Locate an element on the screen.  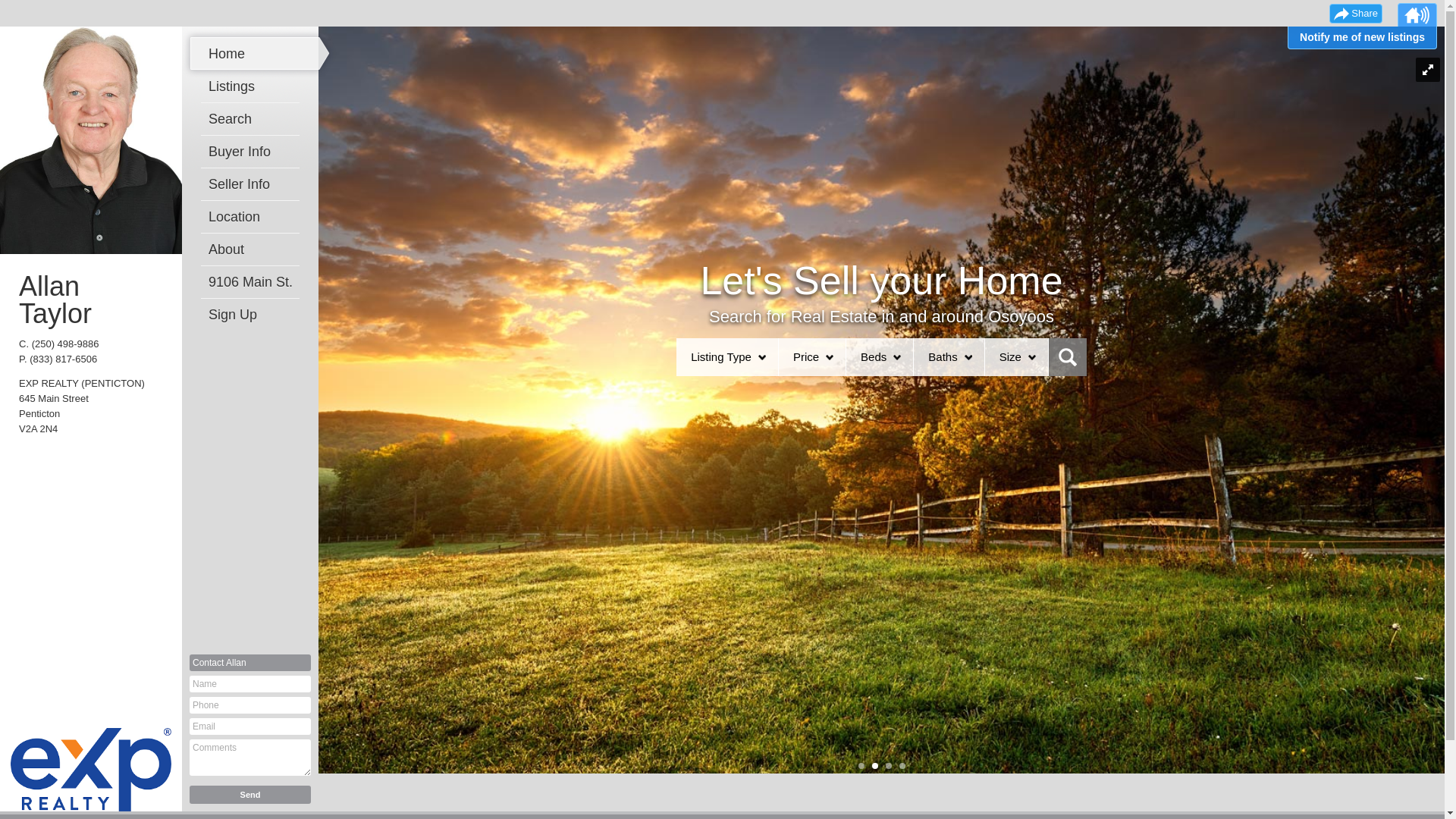
'Price' is located at coordinates (805, 356).